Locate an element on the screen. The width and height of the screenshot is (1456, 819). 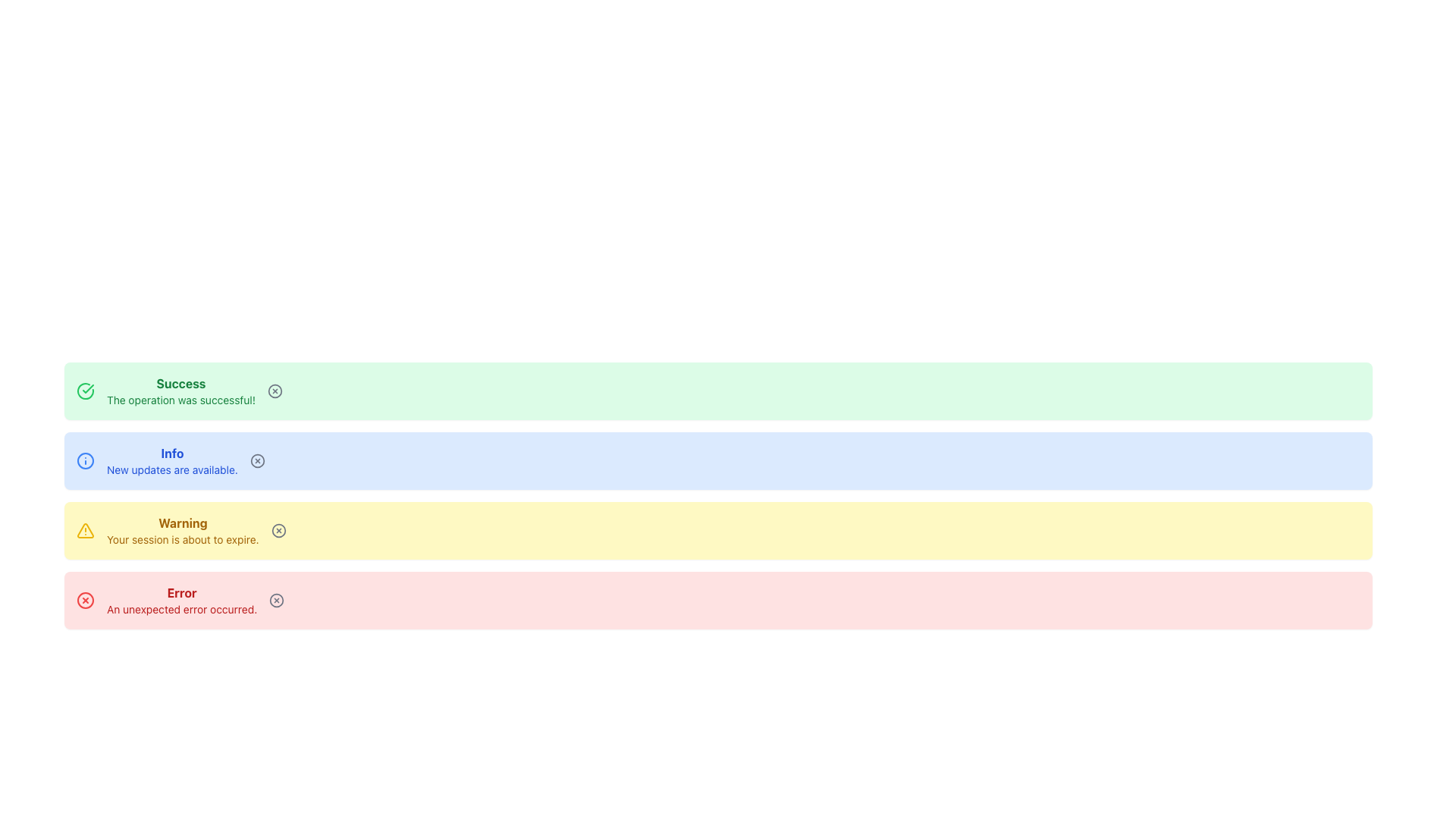
the button located in the error message notification bar, to the far right of the text 'Error An unexpected error occurred.' is located at coordinates (277, 599).